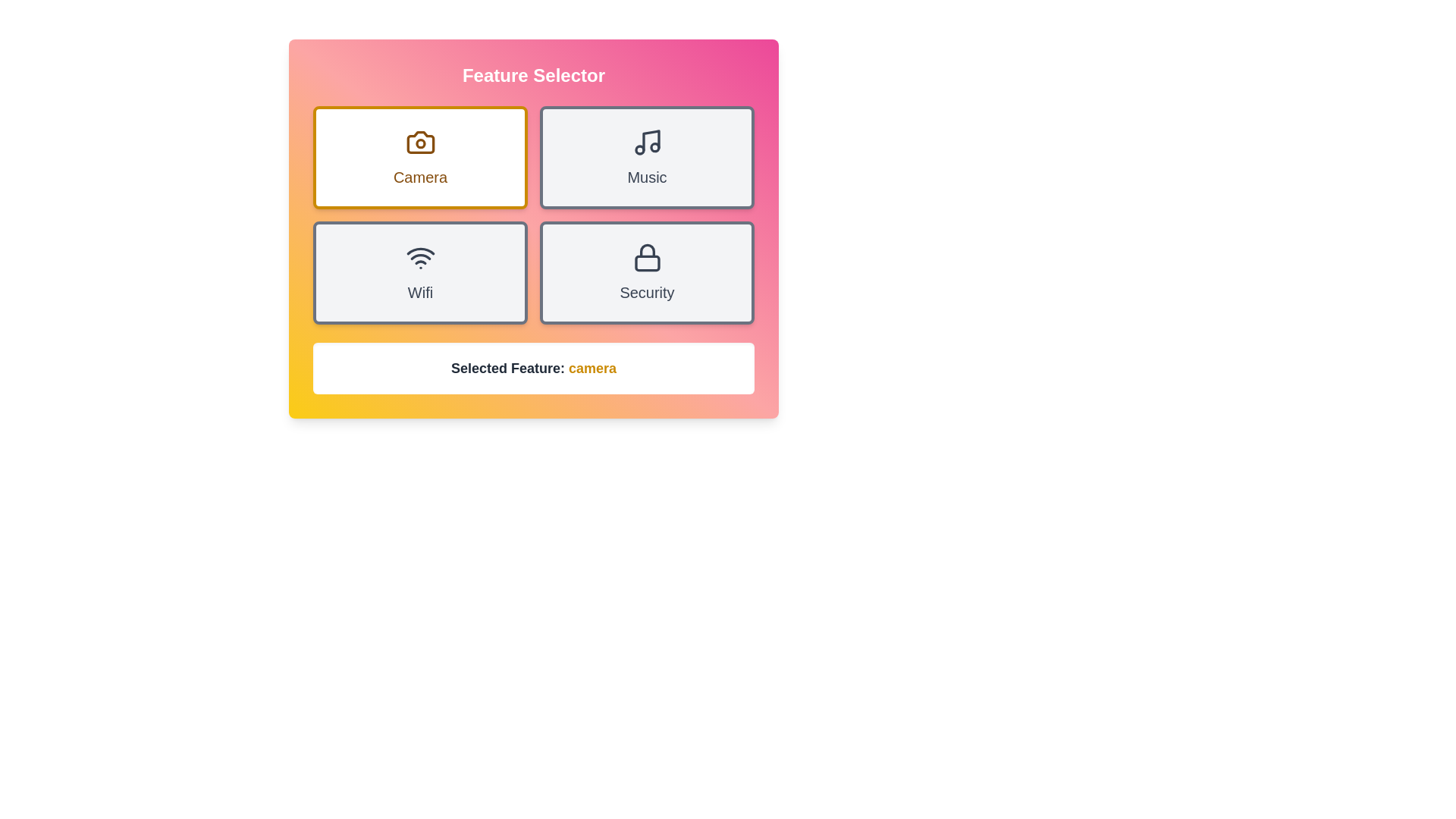 The height and width of the screenshot is (819, 1456). What do you see at coordinates (647, 158) in the screenshot?
I see `the rectangular 'Music' button with a light gray background and a musical note icon at the top, located in the top row, second column of the grid` at bounding box center [647, 158].